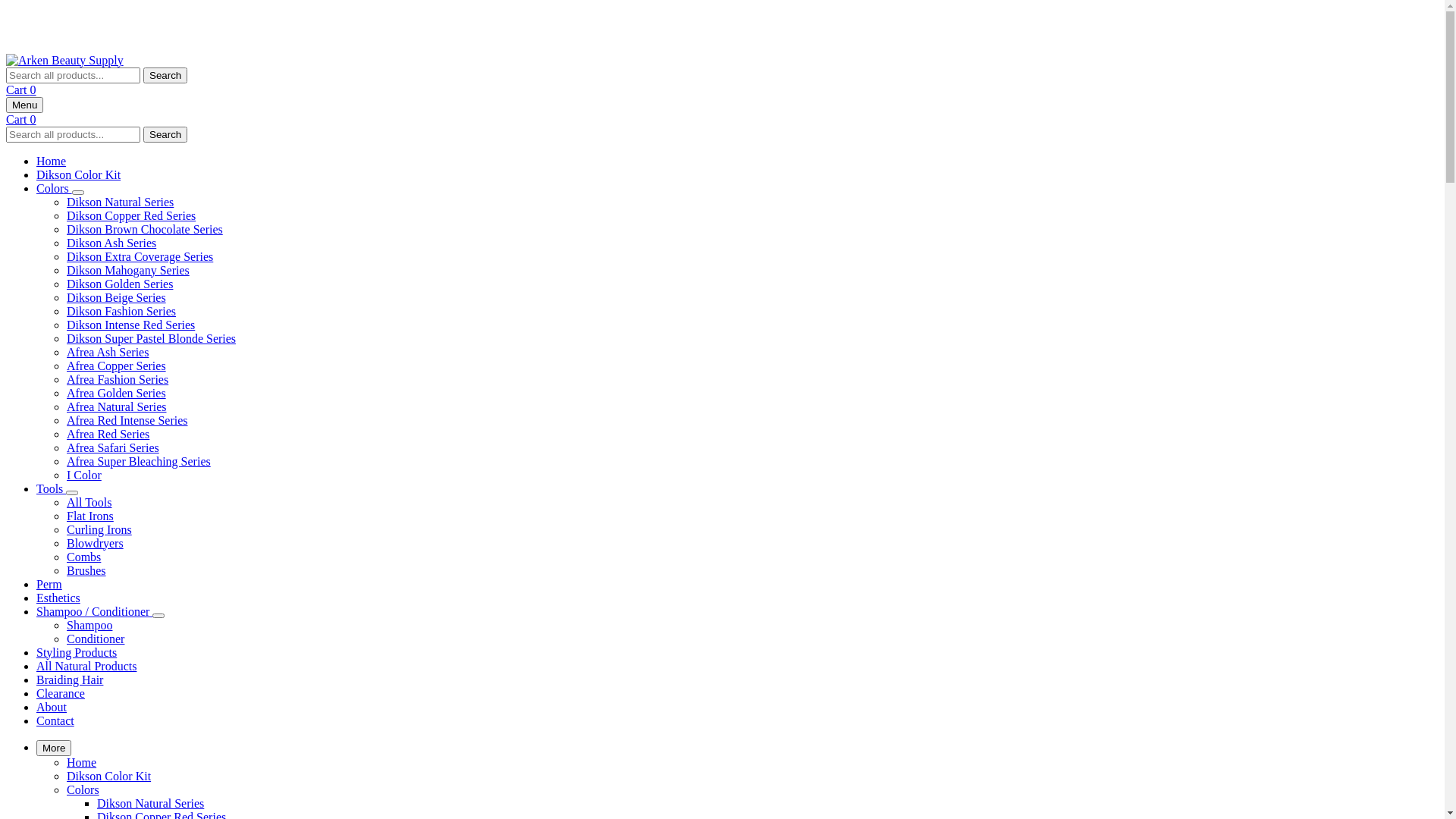 The image size is (1456, 819). I want to click on 'Cart 0', so click(21, 89).